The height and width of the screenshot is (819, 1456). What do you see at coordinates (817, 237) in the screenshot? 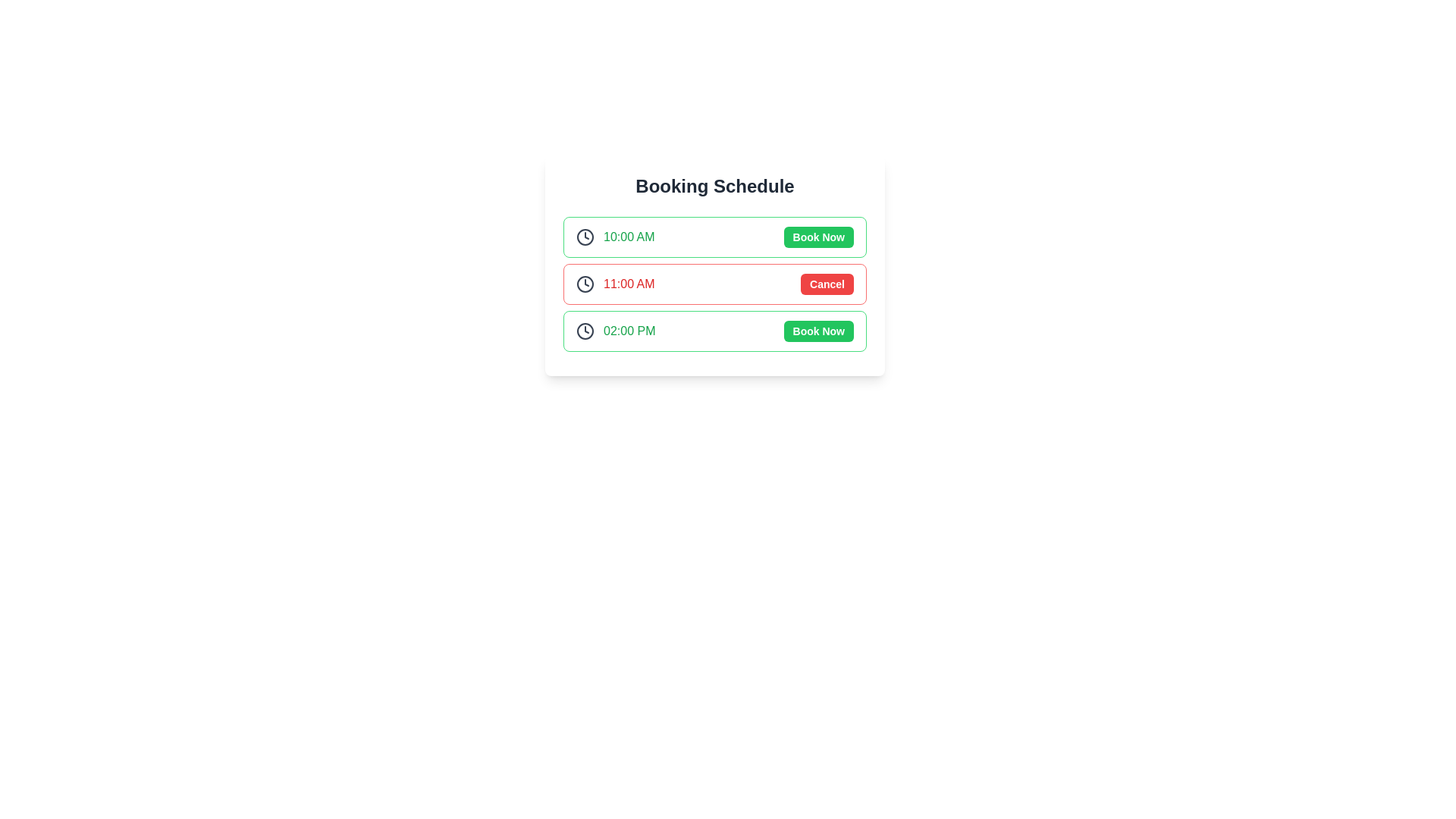
I see `the button on the far-right side of the row that allows users to book a slot for '10:00 AM' to change its color` at bounding box center [817, 237].